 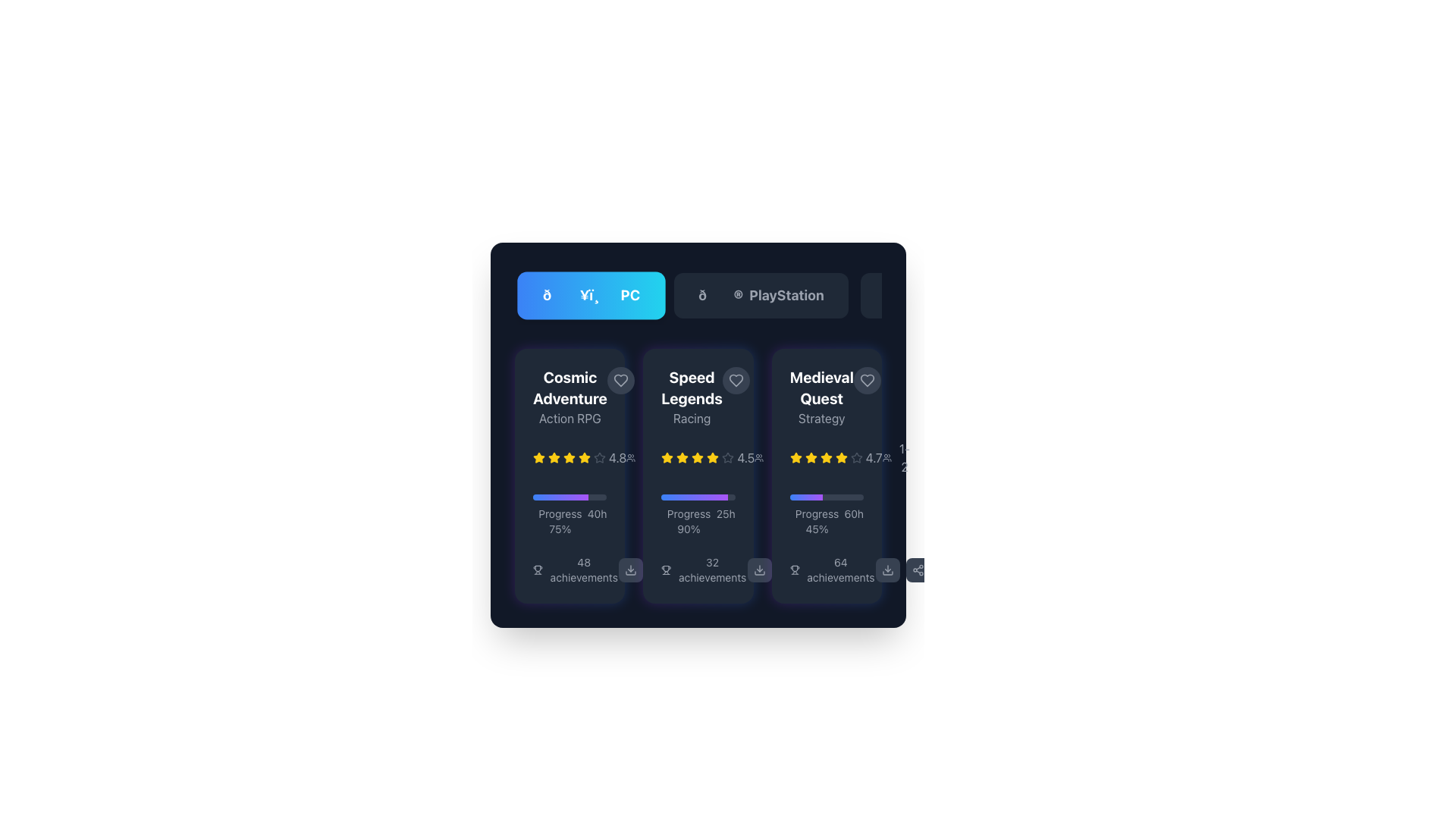 I want to click on the numeric rating display element showing '4.8' which is styled in light gray and located next to yellow stars in the bottom portion of a card layout, so click(x=617, y=457).